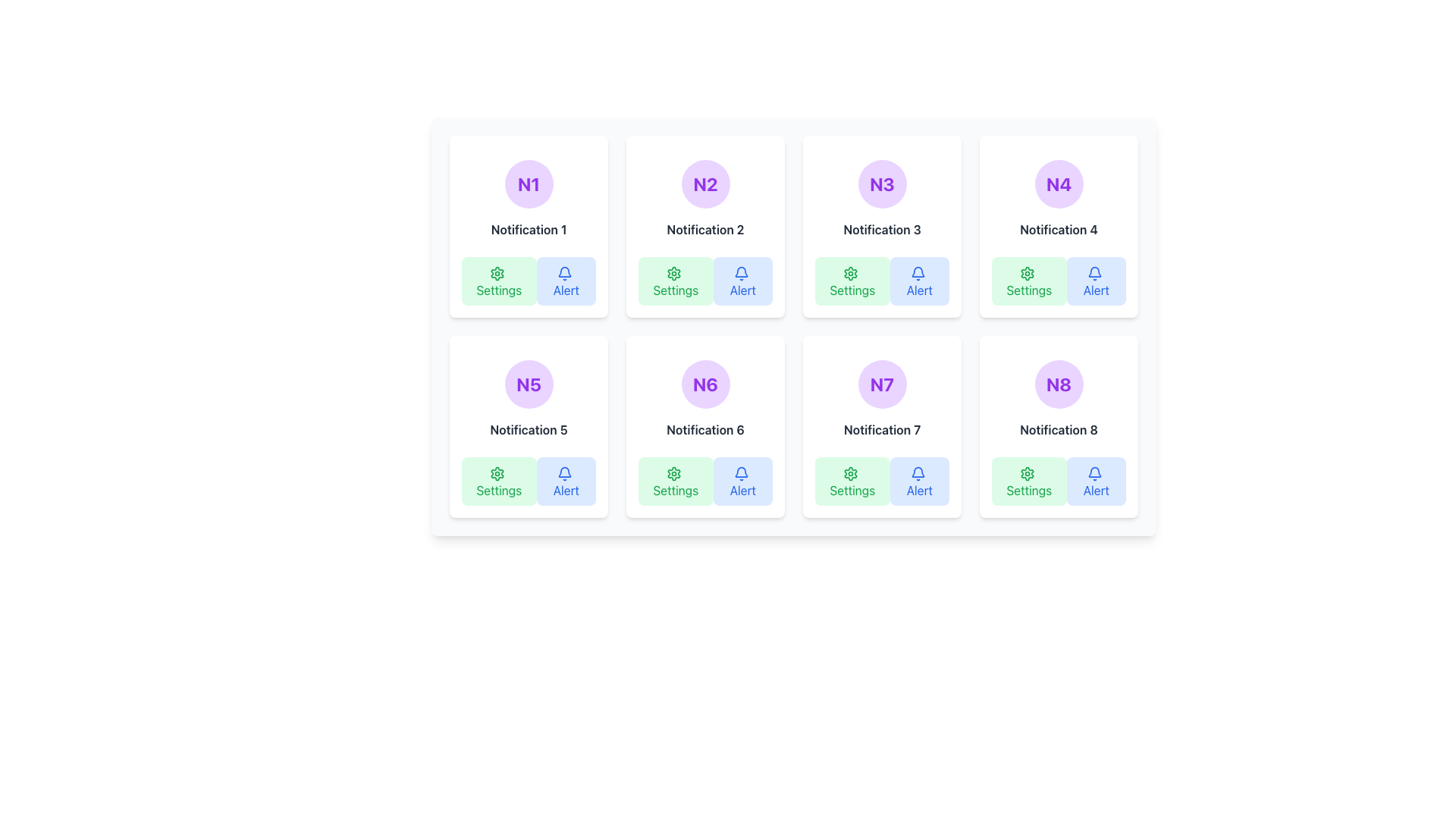 Image resolution: width=1456 pixels, height=819 pixels. I want to click on the Bell Notification Symbol icon located in the Alert button within the third notification cell in the top row of the grid layout, so click(917, 271).